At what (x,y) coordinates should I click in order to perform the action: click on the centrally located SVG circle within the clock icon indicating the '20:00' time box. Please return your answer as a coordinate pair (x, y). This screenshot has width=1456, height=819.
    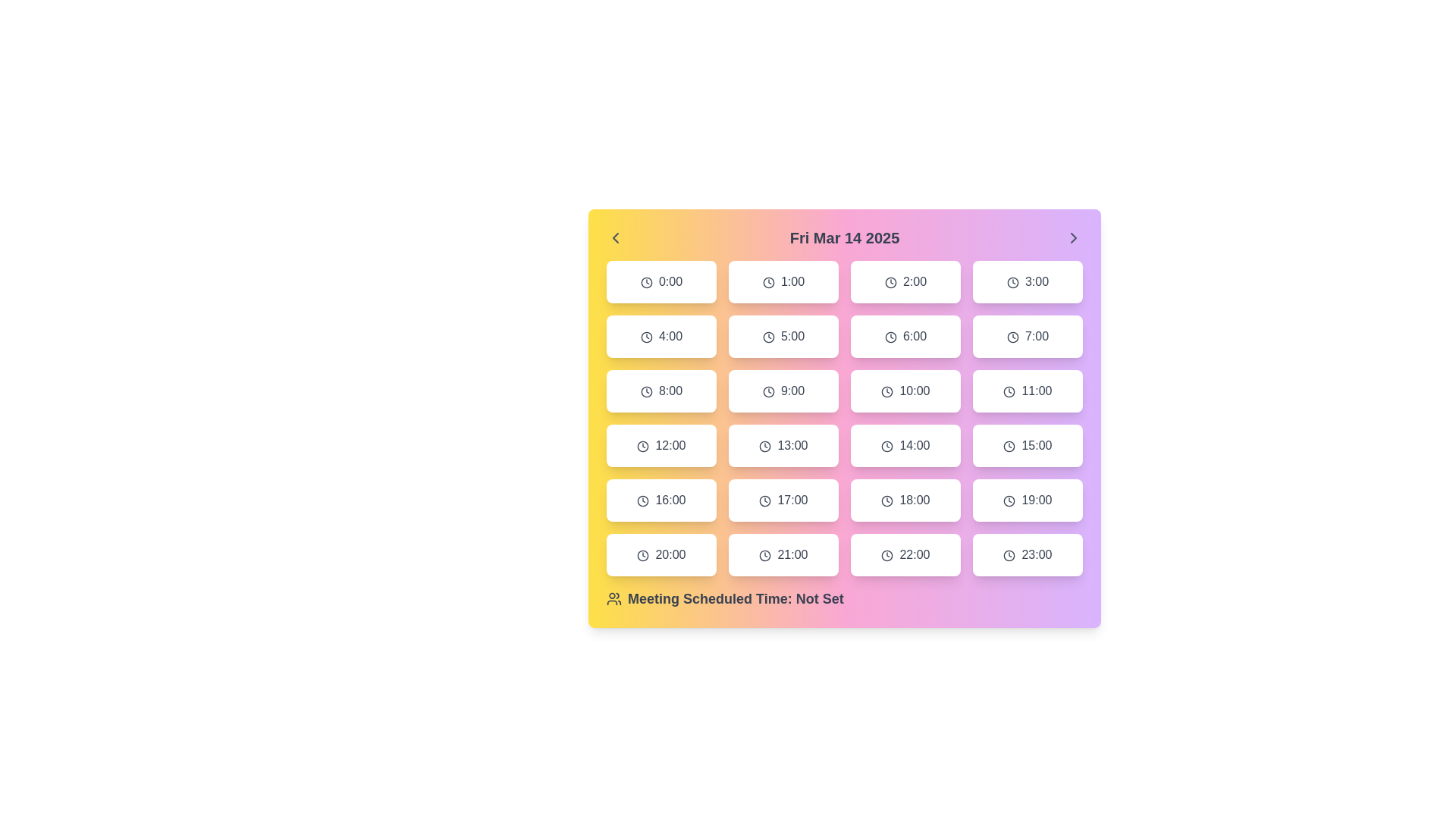
    Looking at the image, I should click on (643, 555).